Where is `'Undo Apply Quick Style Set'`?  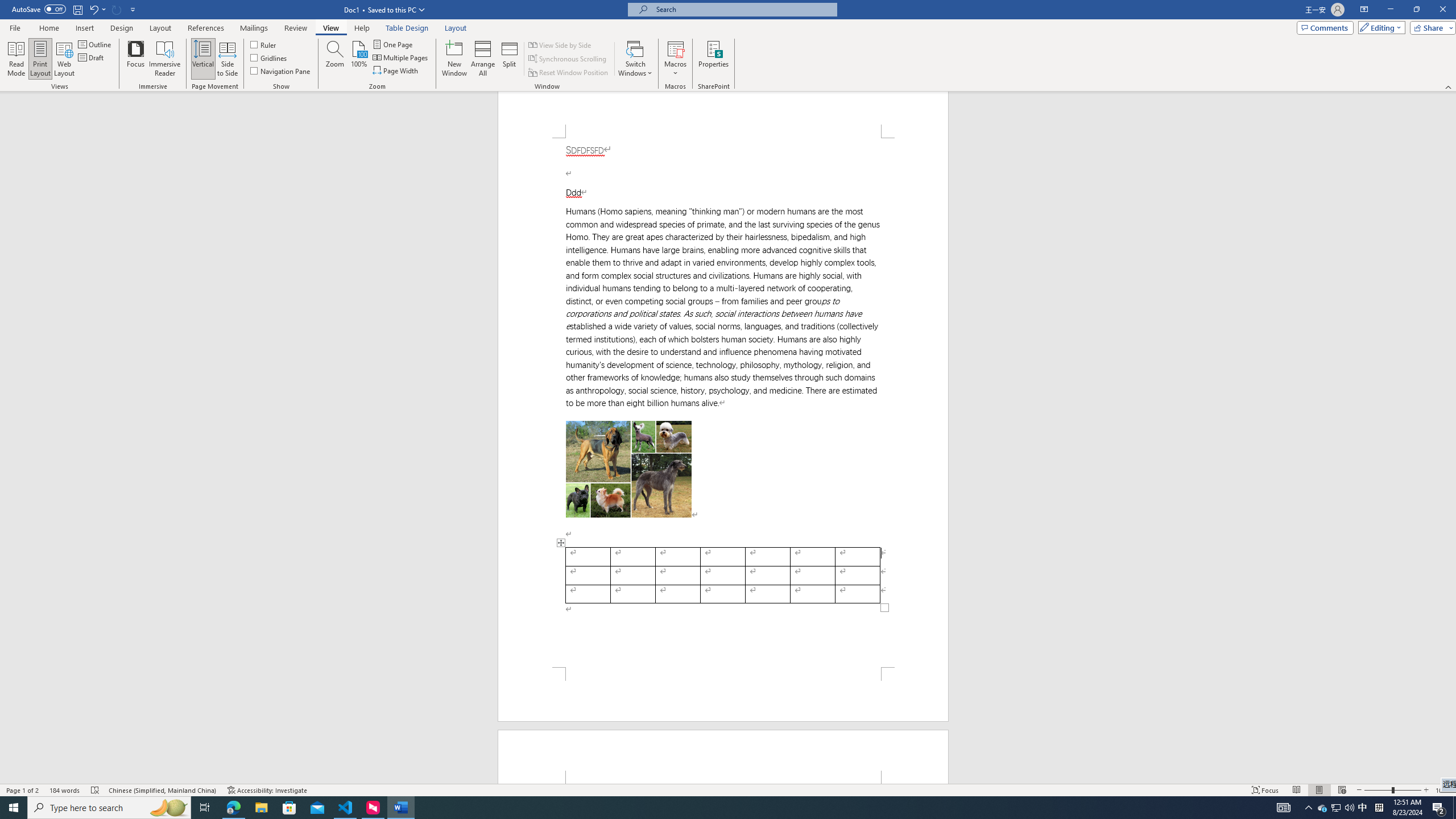
'Undo Apply Quick Style Set' is located at coordinates (97, 9).